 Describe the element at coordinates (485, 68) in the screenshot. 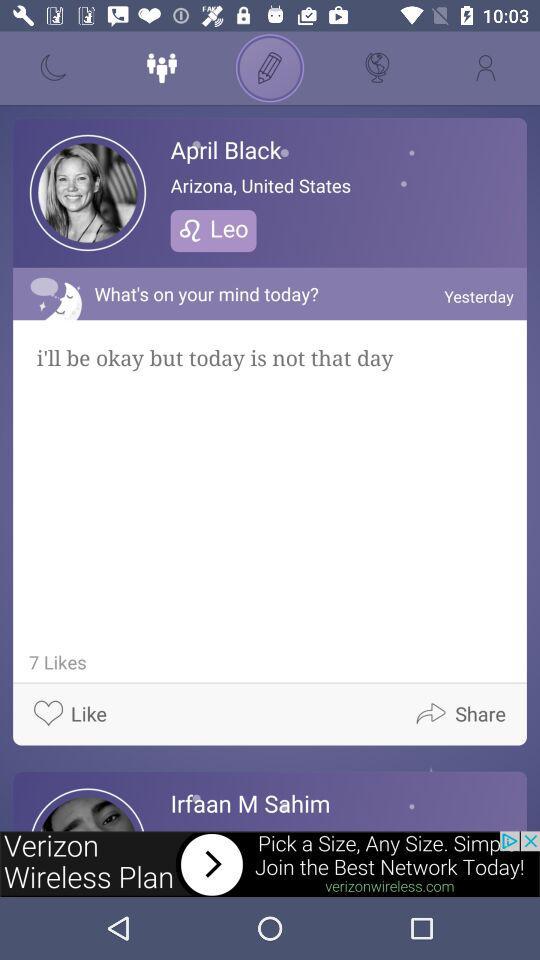

I see `on profile icon` at that location.